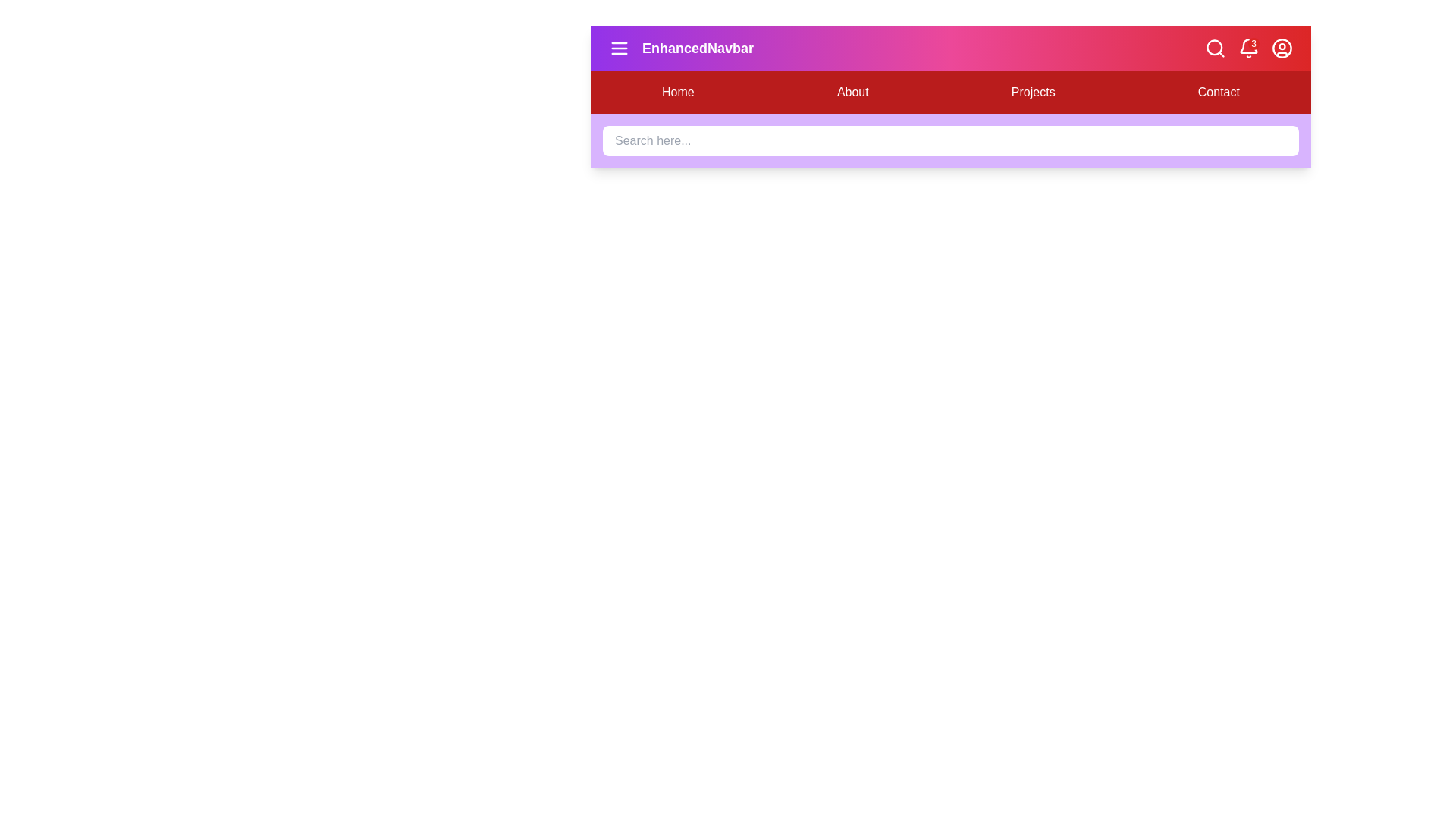 This screenshot has width=1456, height=819. Describe the element at coordinates (676, 93) in the screenshot. I see `the navigation link Home` at that location.